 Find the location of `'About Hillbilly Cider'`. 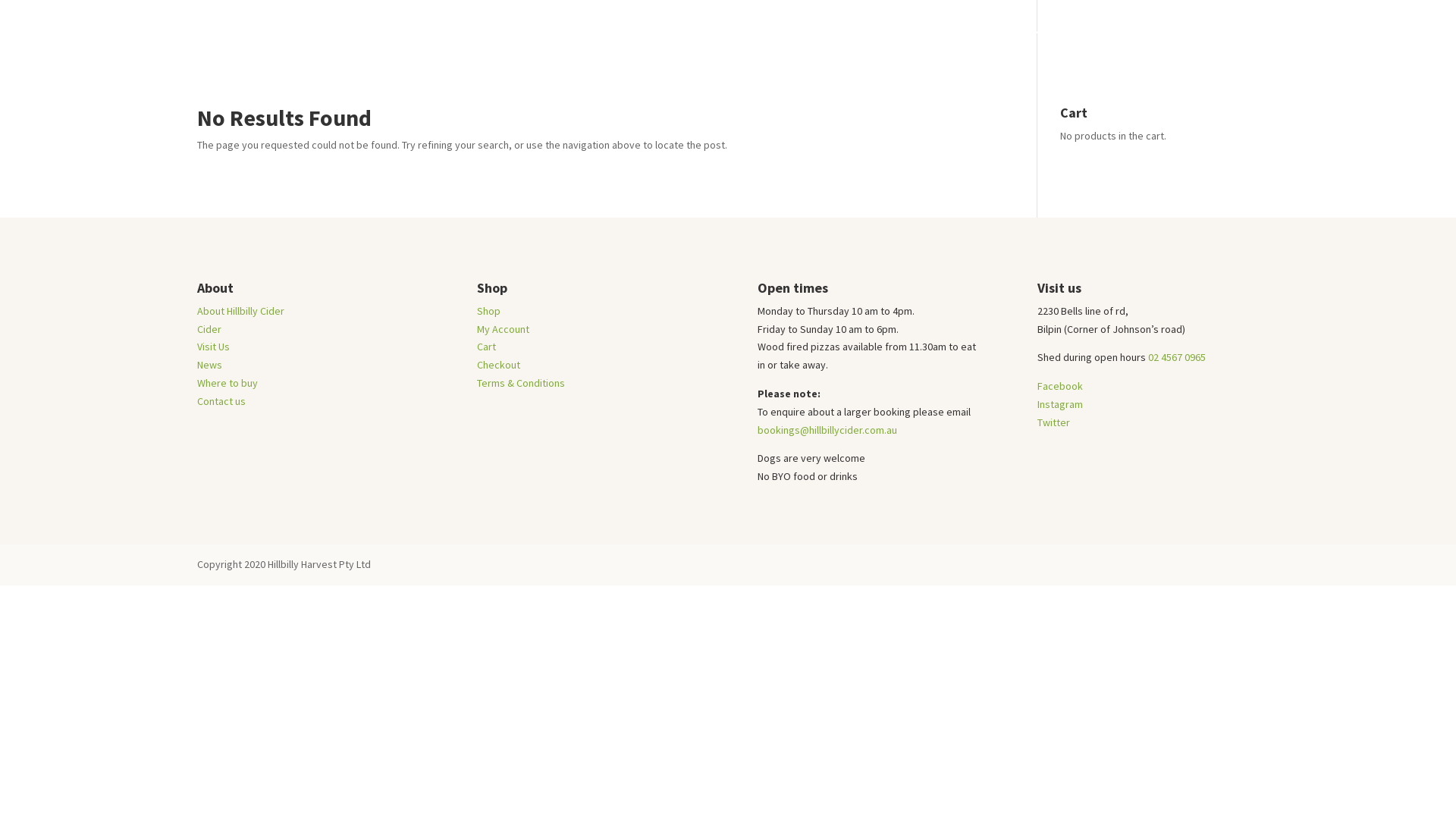

'About Hillbilly Cider' is located at coordinates (240, 309).